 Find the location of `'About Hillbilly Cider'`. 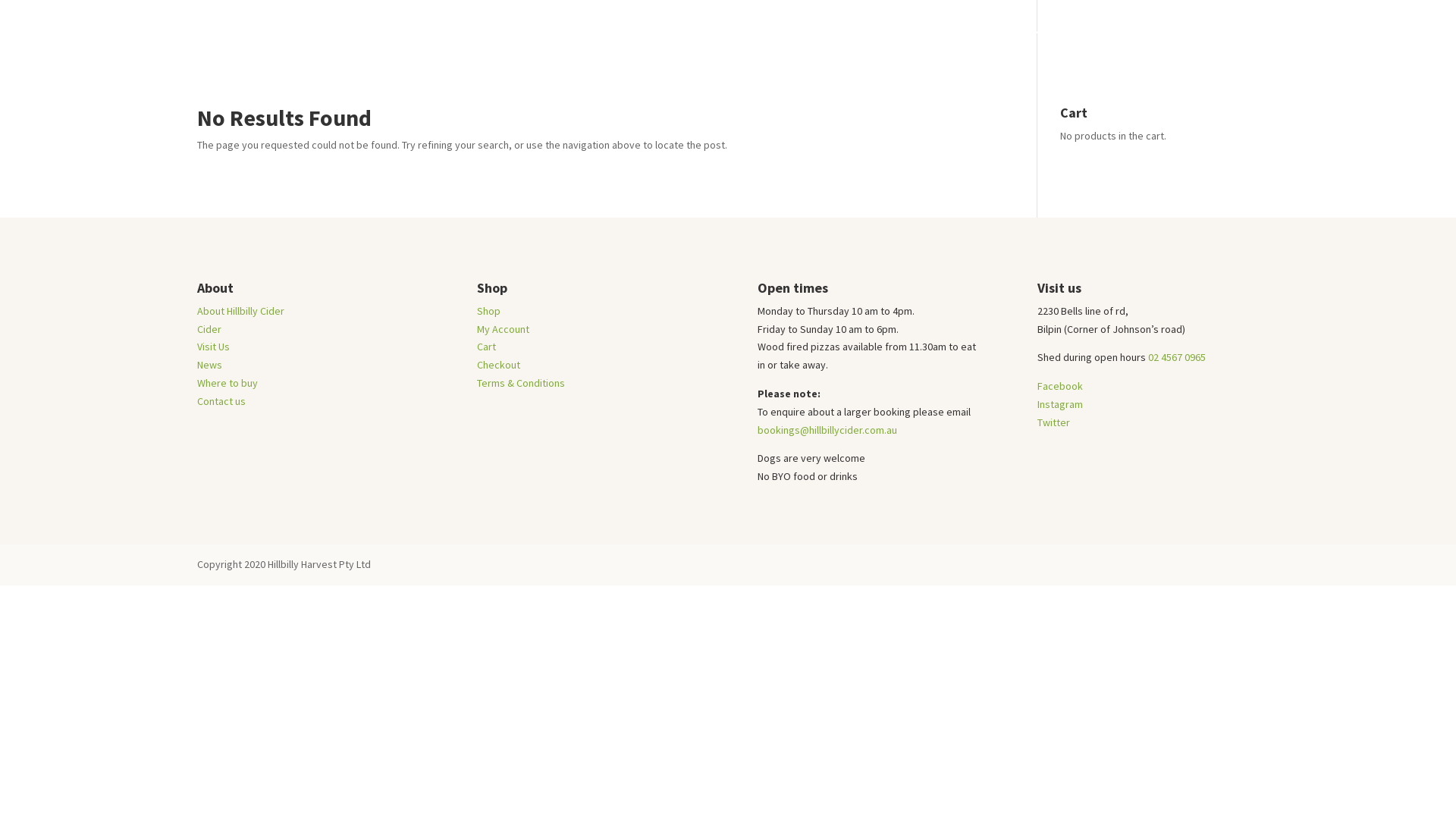

'About Hillbilly Cider' is located at coordinates (240, 309).